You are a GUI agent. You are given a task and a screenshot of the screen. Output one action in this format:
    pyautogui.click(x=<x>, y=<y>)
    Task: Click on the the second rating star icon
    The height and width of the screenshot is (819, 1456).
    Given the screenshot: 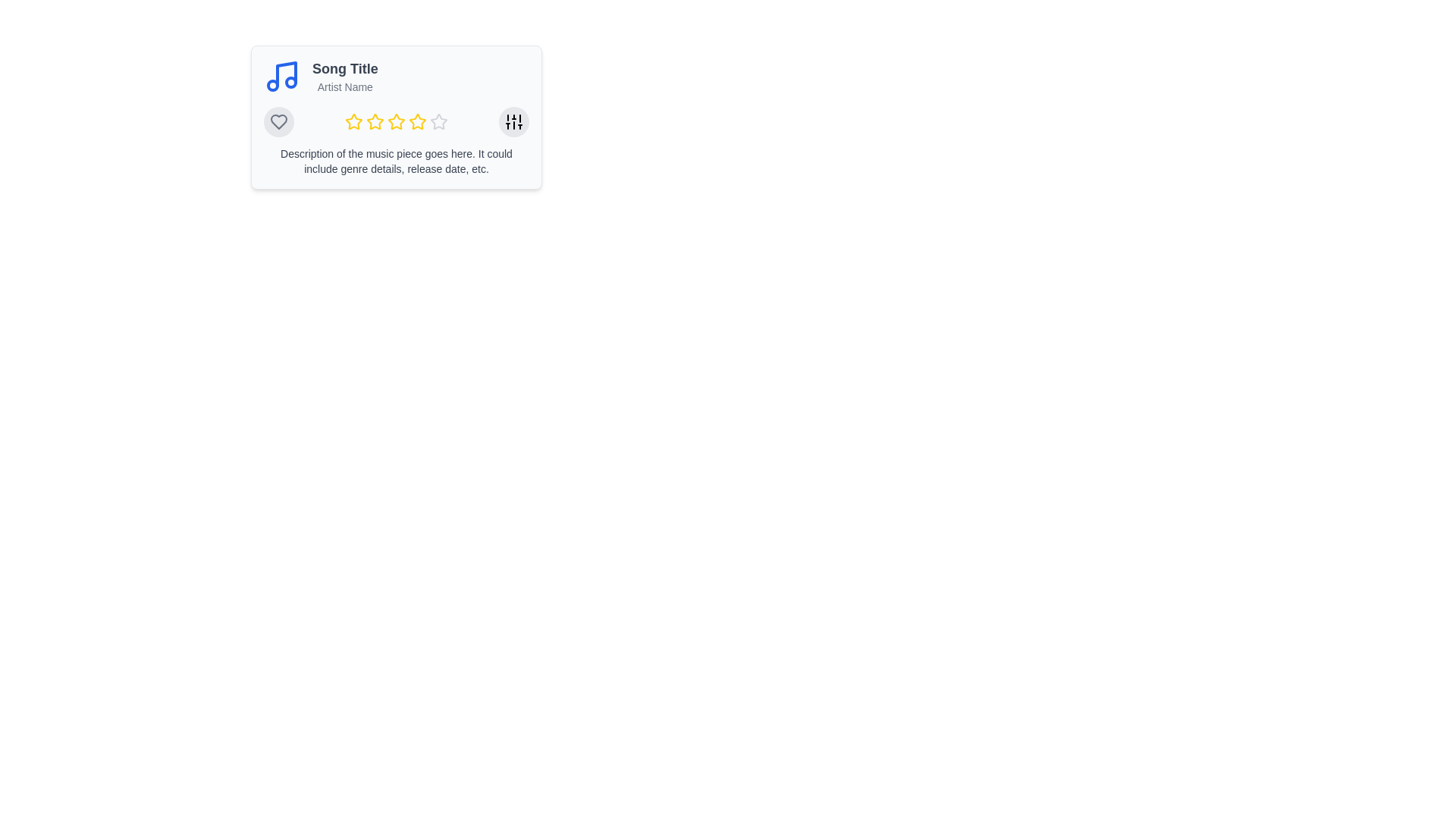 What is the action you would take?
    pyautogui.click(x=353, y=121)
    